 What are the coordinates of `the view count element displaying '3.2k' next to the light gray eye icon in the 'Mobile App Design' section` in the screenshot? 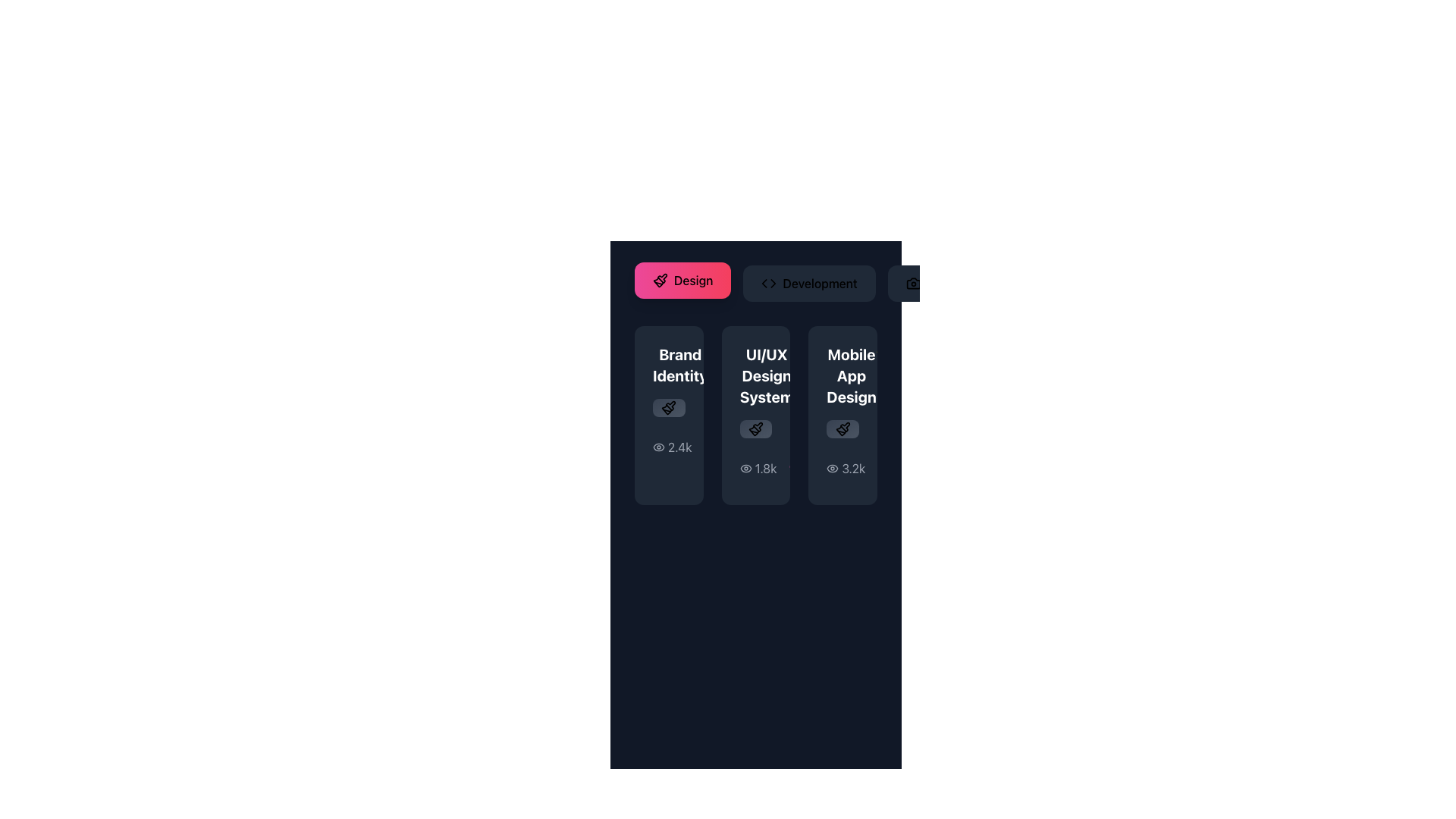 It's located at (842, 467).